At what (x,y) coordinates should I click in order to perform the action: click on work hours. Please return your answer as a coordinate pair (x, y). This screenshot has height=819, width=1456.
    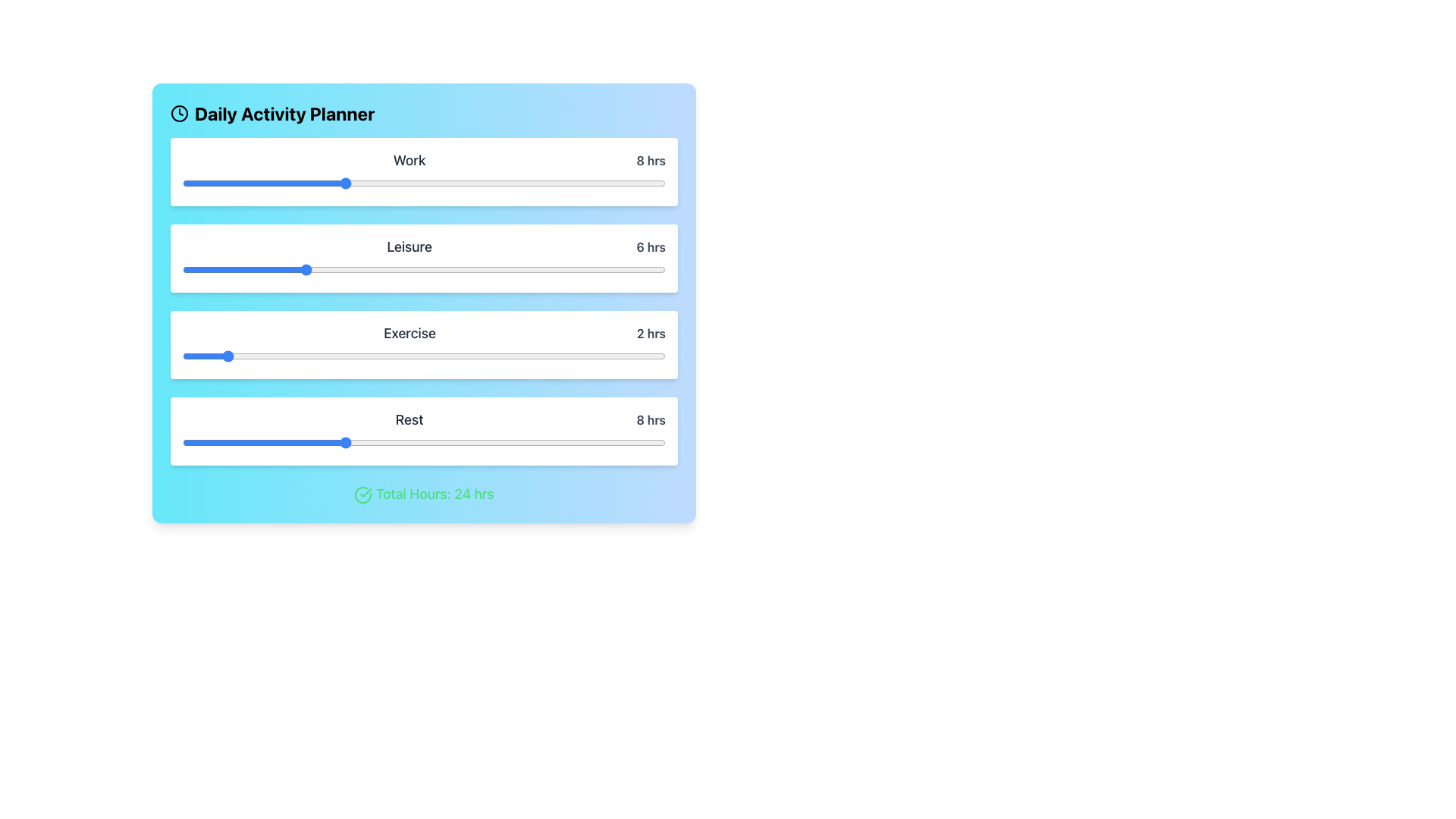
    Looking at the image, I should click on (625, 183).